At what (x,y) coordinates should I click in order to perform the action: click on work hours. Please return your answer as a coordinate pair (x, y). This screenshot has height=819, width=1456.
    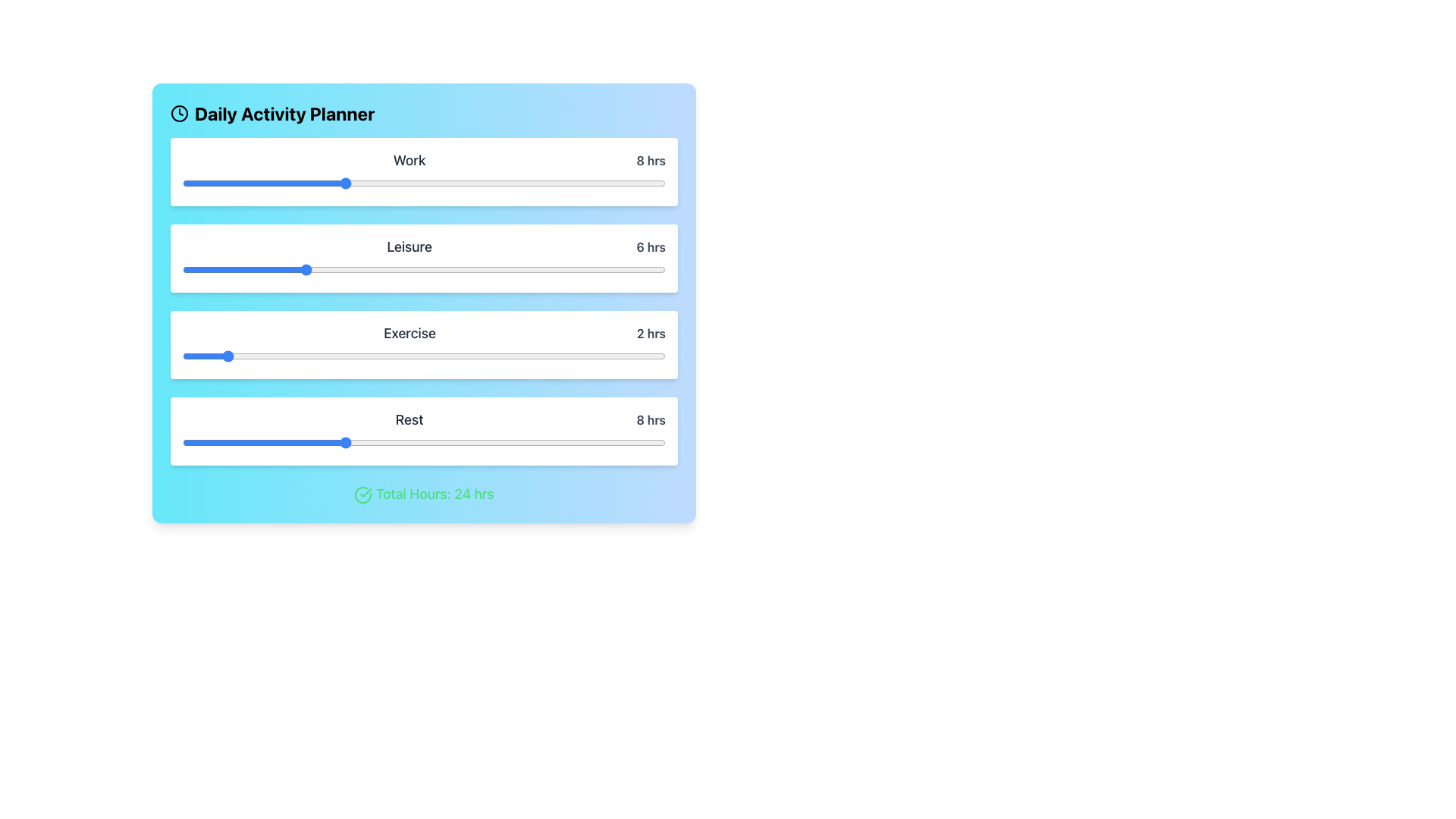
    Looking at the image, I should click on (625, 183).